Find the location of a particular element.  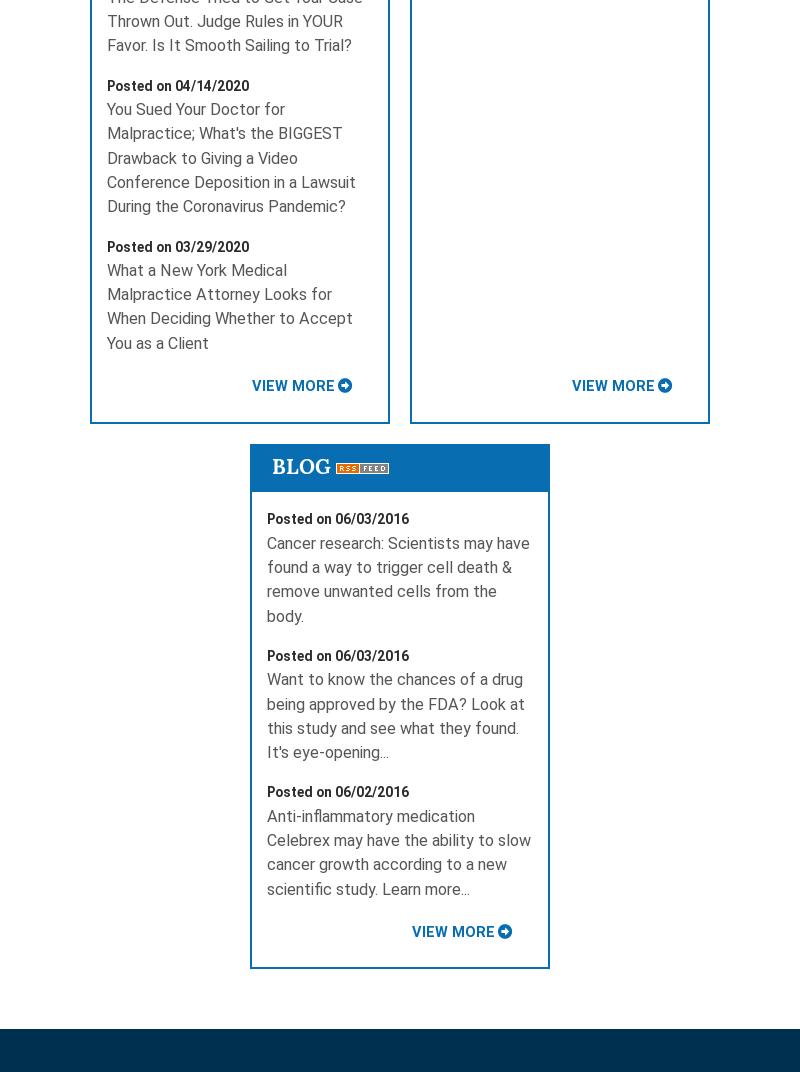

'Posted on 06/02/2016' is located at coordinates (337, 791).